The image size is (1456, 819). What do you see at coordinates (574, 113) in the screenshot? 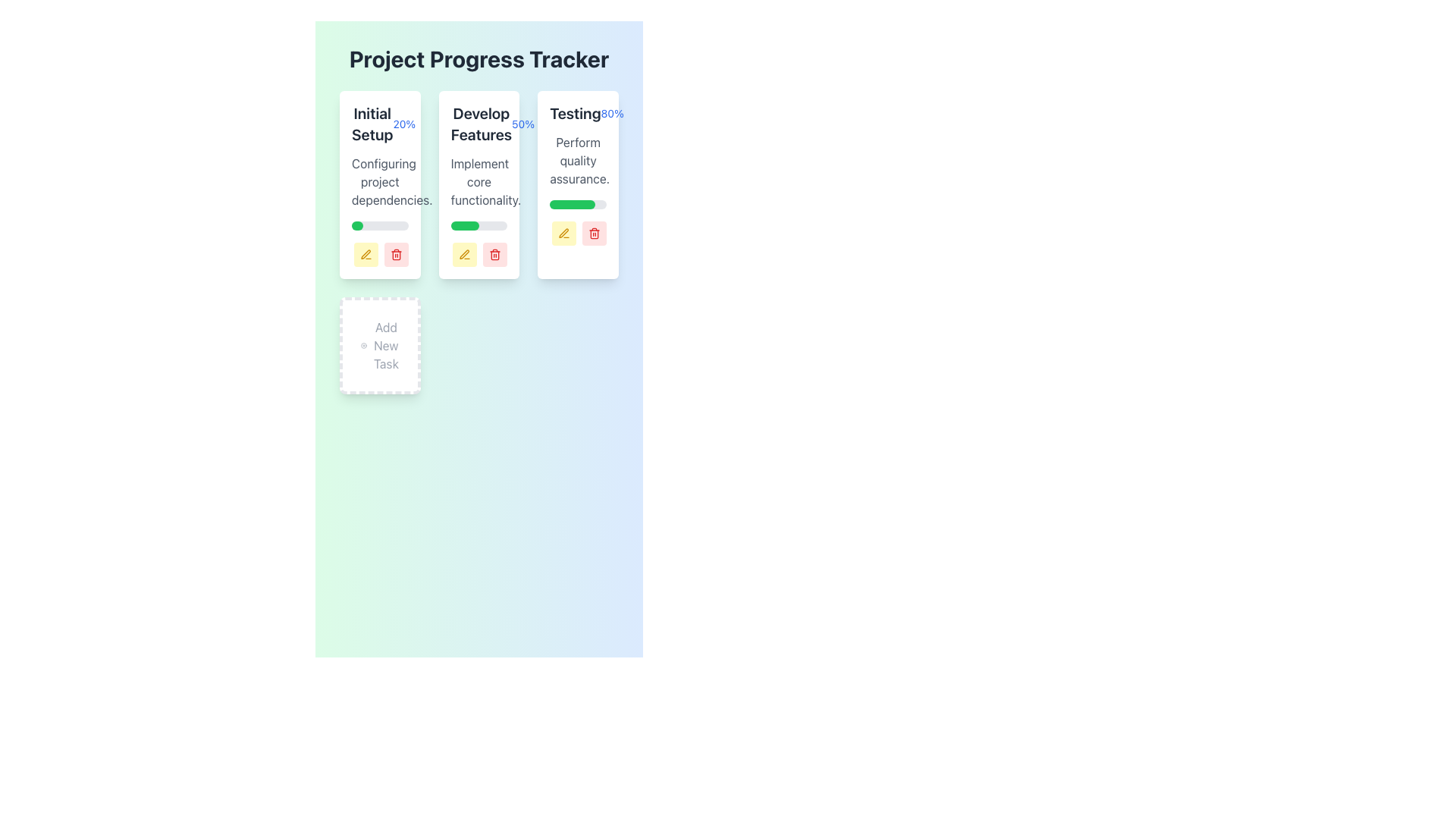
I see `the text element that labels the task 'Testing' located in the upper section of the card, positioned to the left of the '80%' progress text` at bounding box center [574, 113].